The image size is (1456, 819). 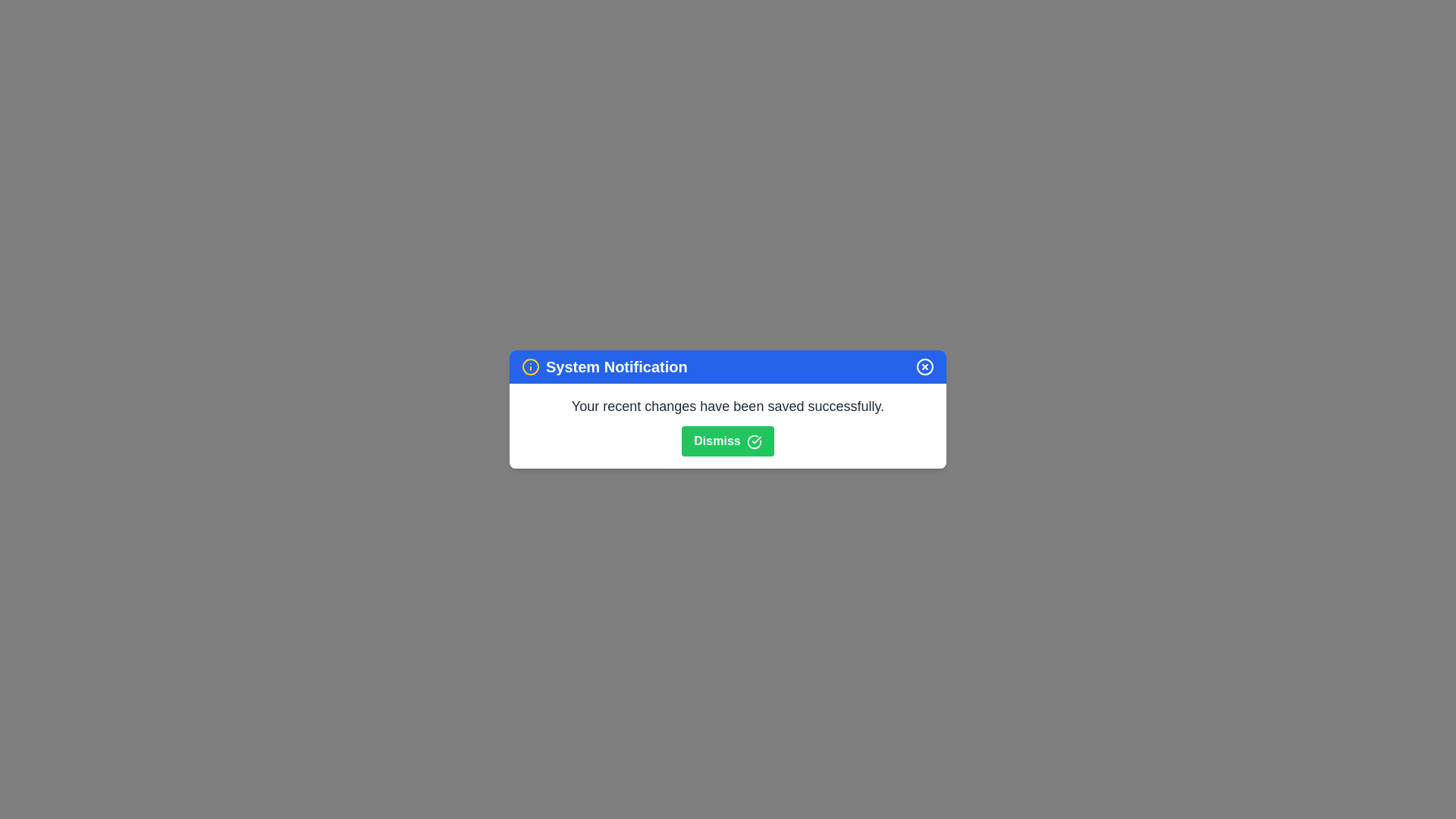 What do you see at coordinates (728, 441) in the screenshot?
I see `the 'Dismiss' button to dismiss the notification` at bounding box center [728, 441].